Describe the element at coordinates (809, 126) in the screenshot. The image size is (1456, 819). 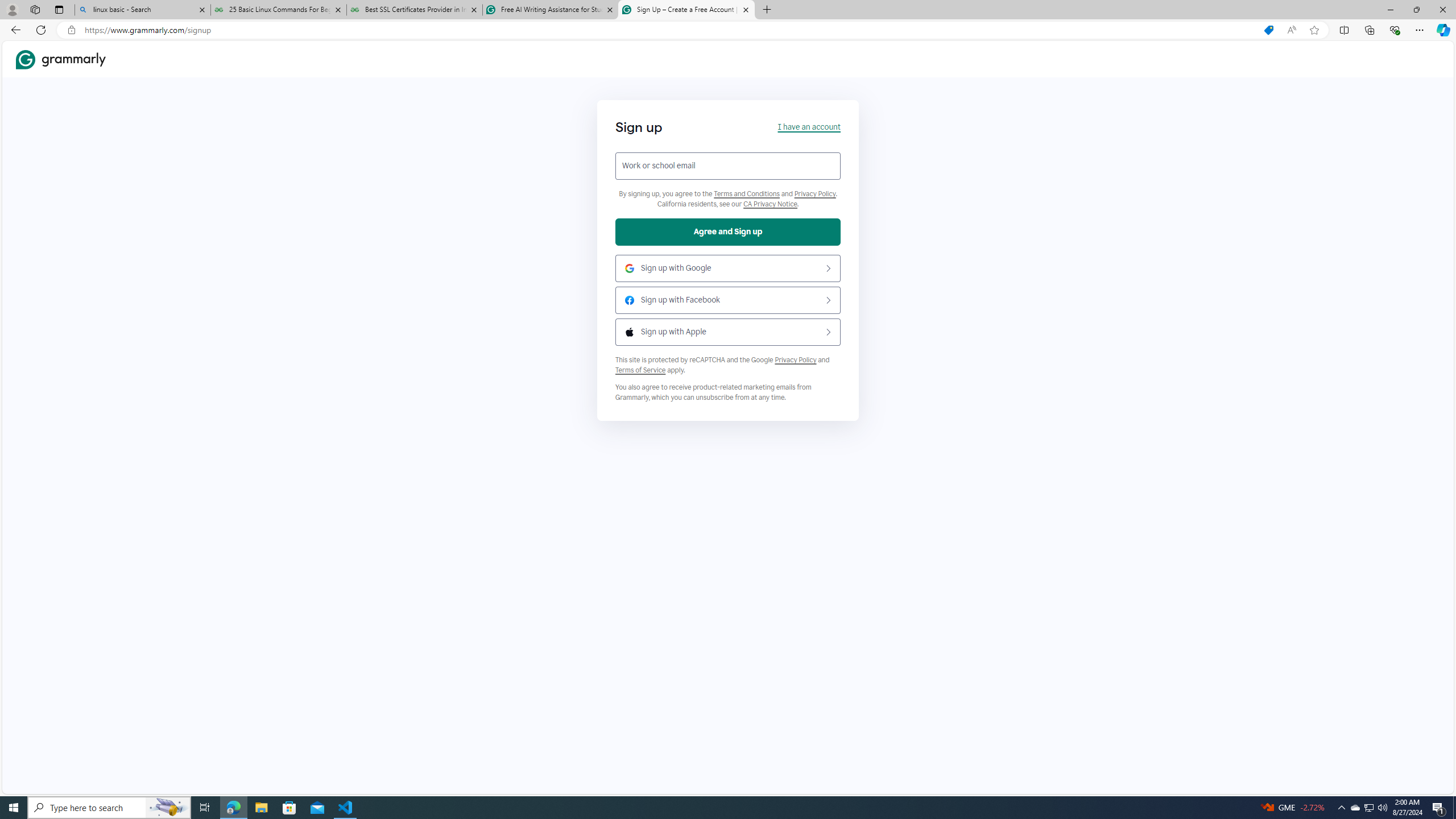
I see `'I have an account'` at that location.